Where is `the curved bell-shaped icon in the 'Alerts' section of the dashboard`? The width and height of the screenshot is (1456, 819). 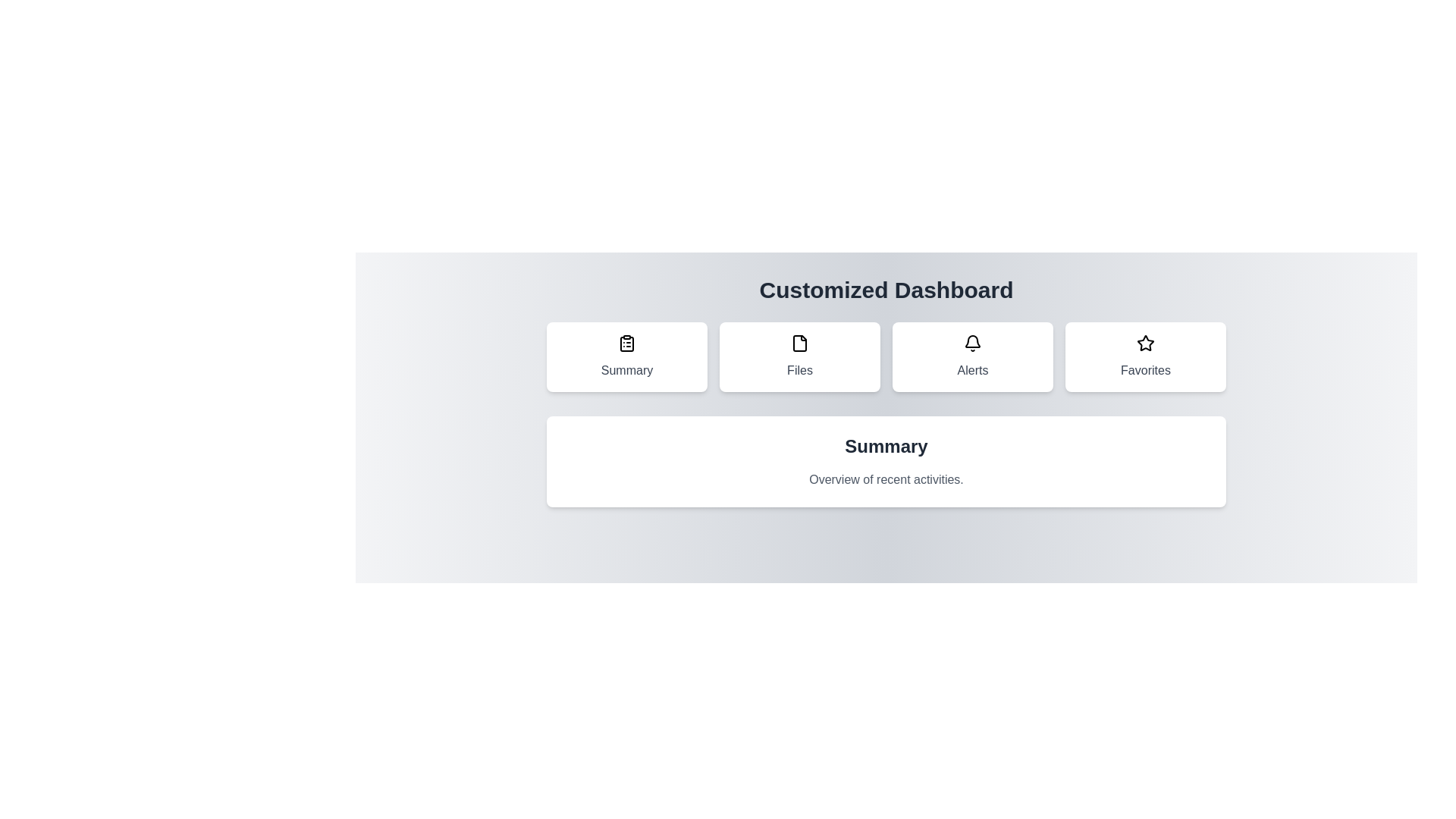
the curved bell-shaped icon in the 'Alerts' section of the dashboard is located at coordinates (972, 341).